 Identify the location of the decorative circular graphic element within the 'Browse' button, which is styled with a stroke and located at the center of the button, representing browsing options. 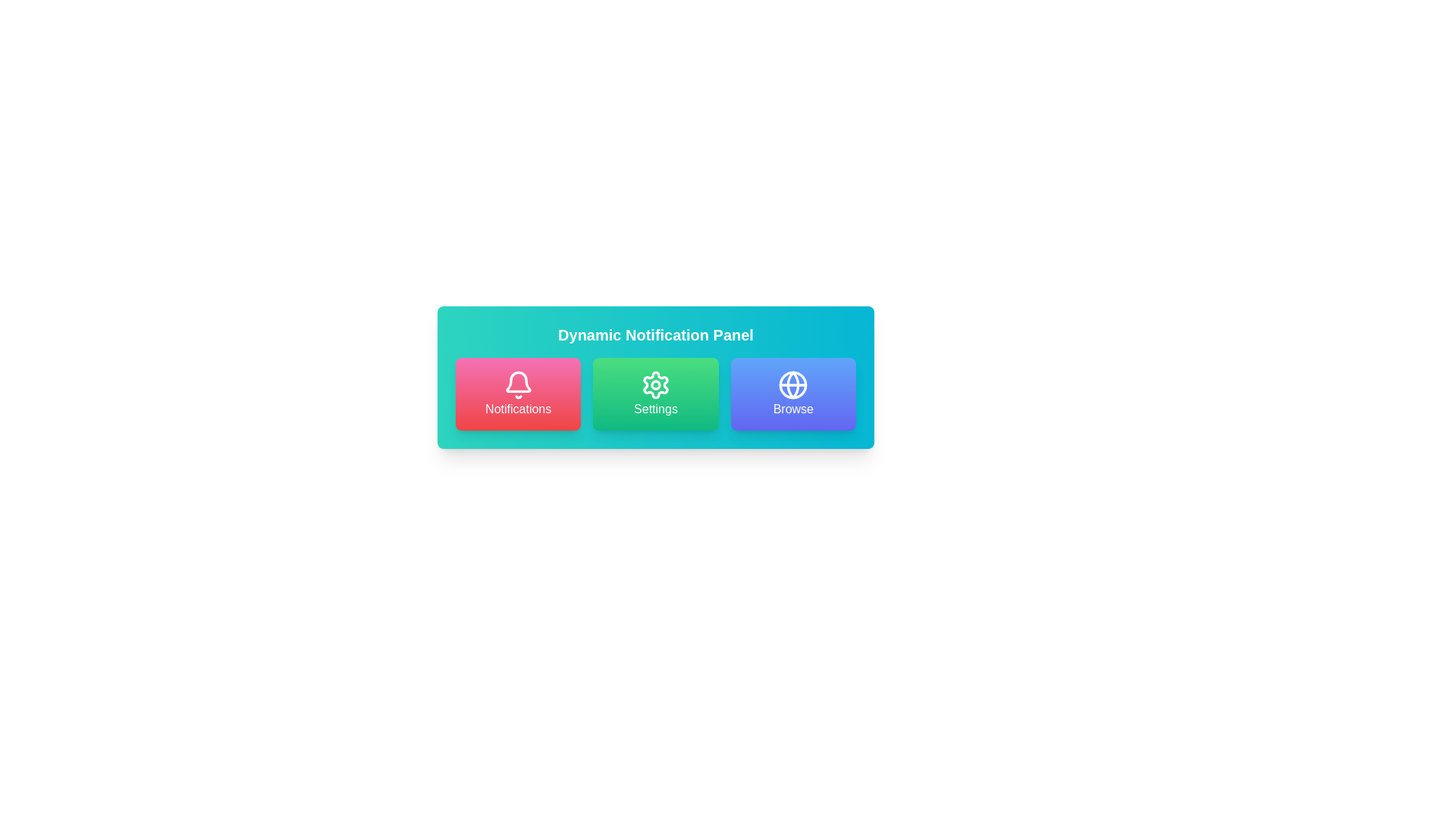
(792, 384).